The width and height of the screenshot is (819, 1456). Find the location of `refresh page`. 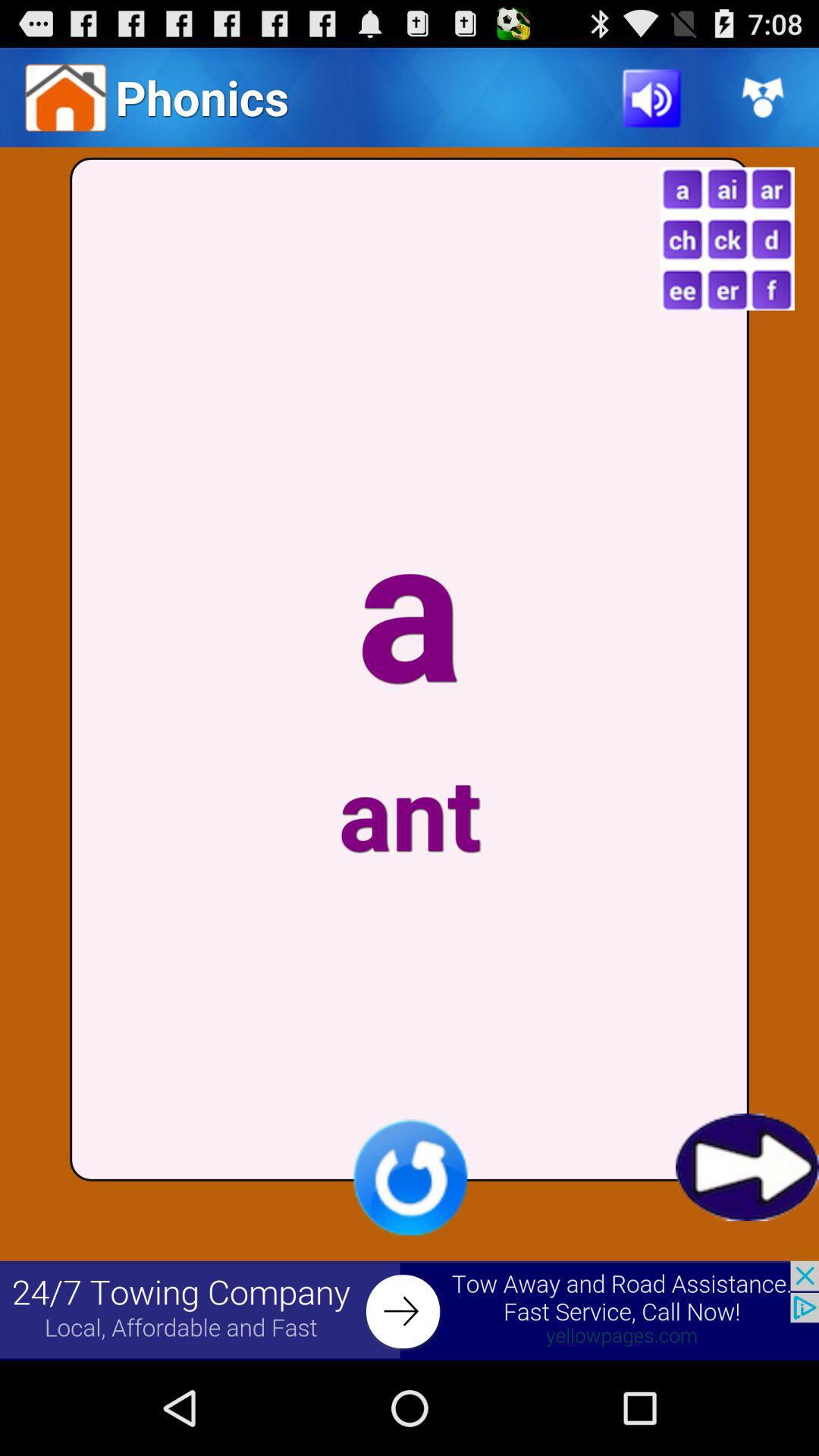

refresh page is located at coordinates (409, 1176).